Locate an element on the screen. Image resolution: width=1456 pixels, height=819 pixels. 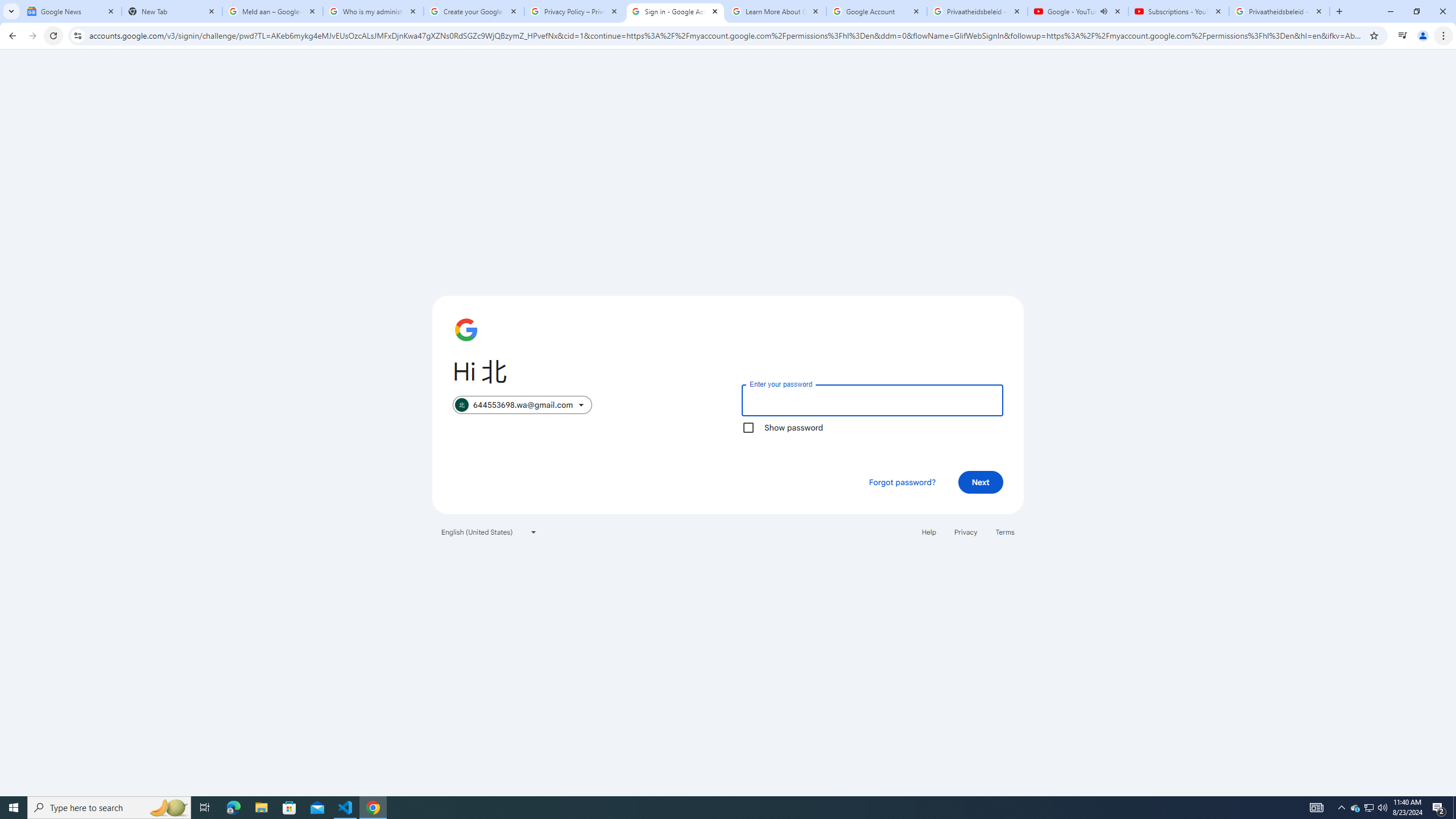
'Create your Google Account' is located at coordinates (474, 11).